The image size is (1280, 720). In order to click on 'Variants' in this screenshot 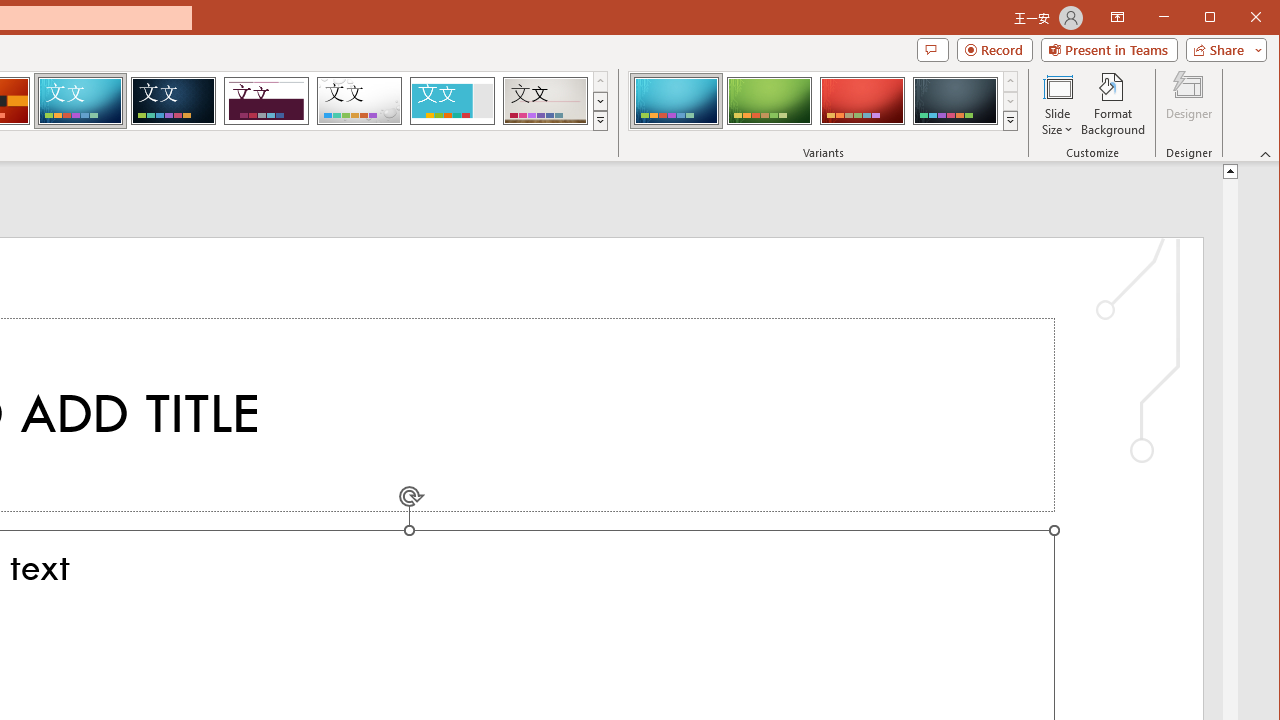, I will do `click(1010, 120)`.